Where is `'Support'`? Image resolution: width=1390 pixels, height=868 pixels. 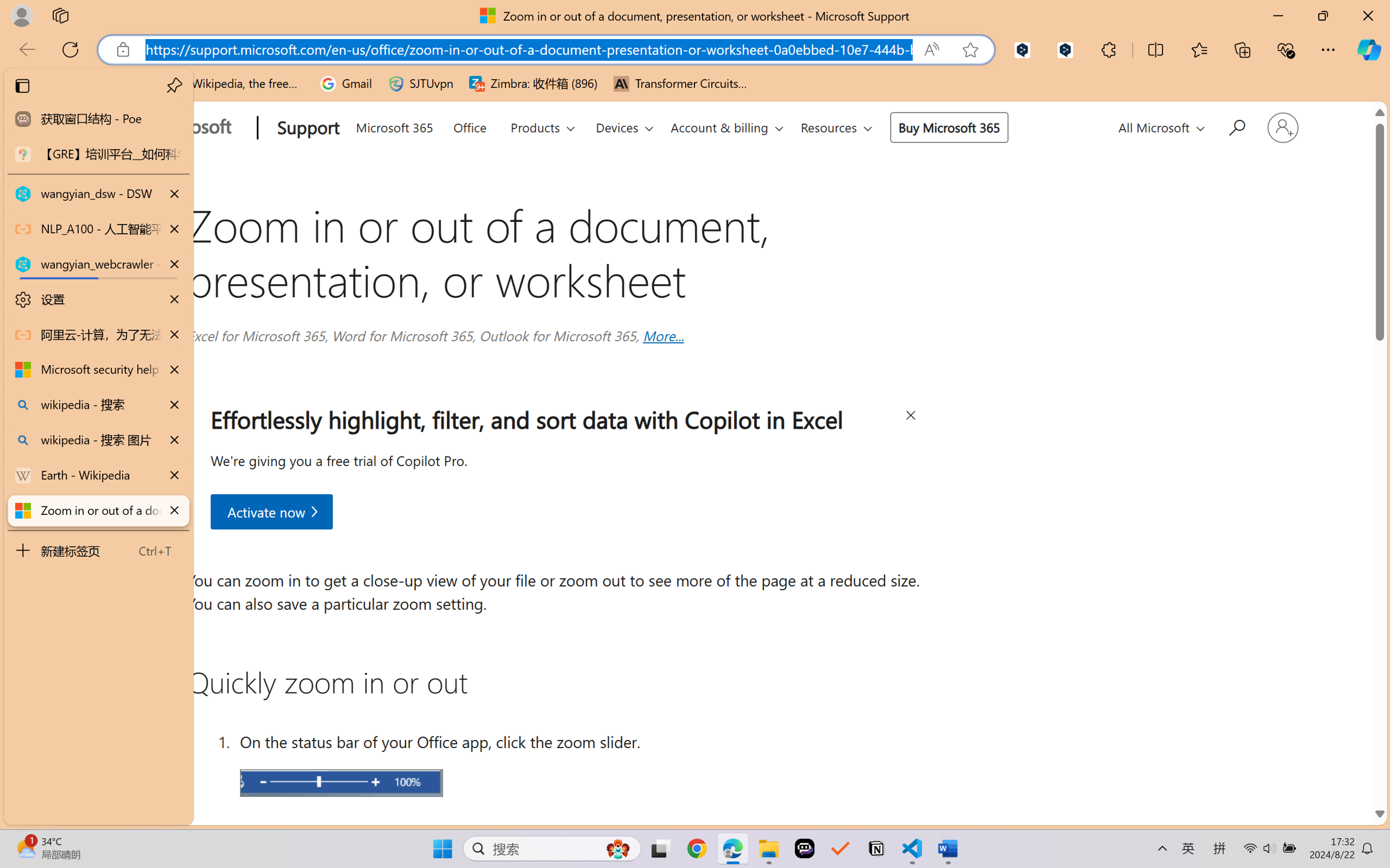
'Support' is located at coordinates (306, 129).